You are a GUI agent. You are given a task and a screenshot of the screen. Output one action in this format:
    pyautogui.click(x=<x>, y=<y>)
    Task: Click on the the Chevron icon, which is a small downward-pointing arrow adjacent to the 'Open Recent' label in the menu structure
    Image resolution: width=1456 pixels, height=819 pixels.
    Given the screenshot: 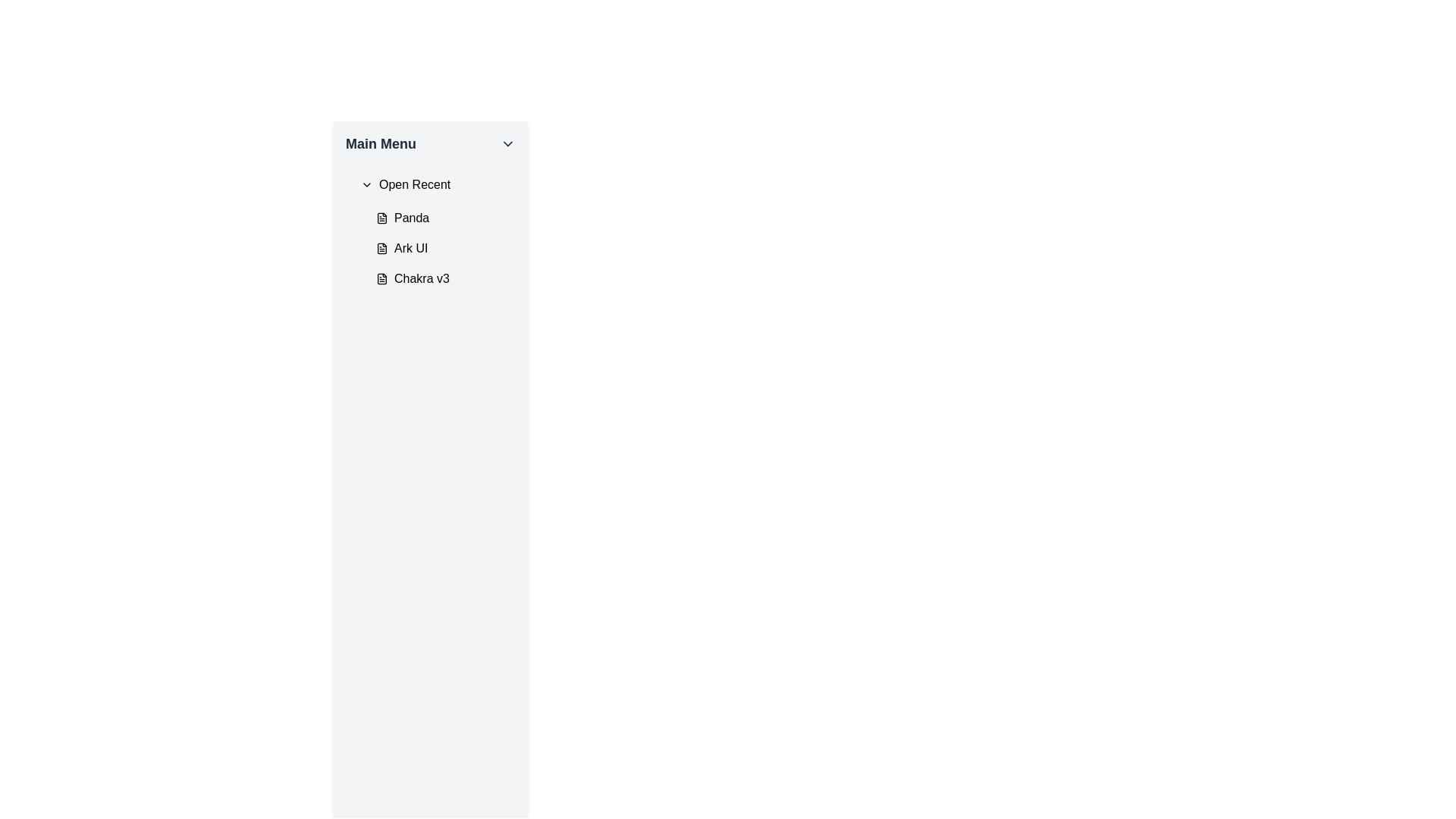 What is the action you would take?
    pyautogui.click(x=367, y=184)
    